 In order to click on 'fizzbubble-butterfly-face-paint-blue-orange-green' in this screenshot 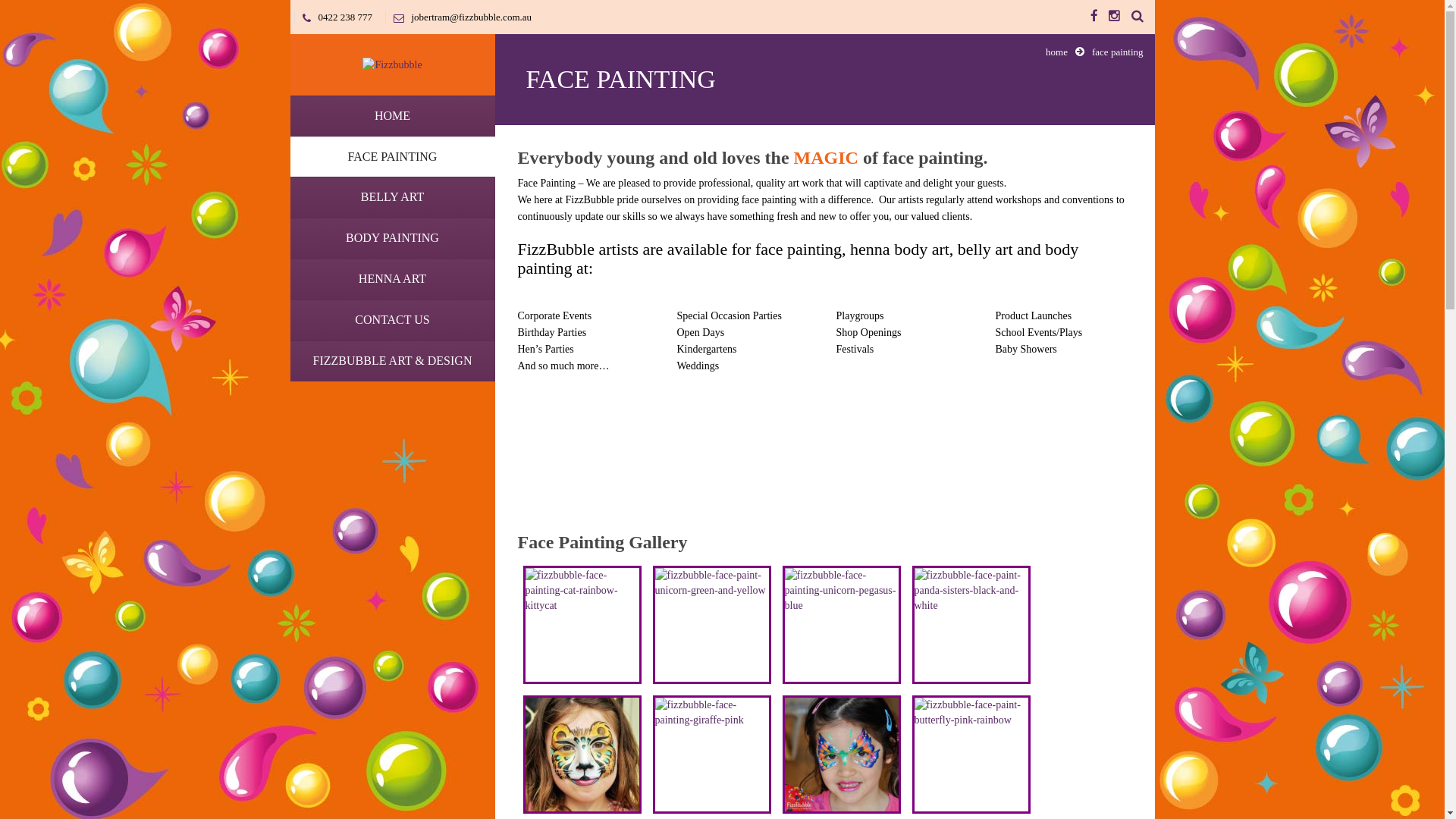, I will do `click(839, 755)`.